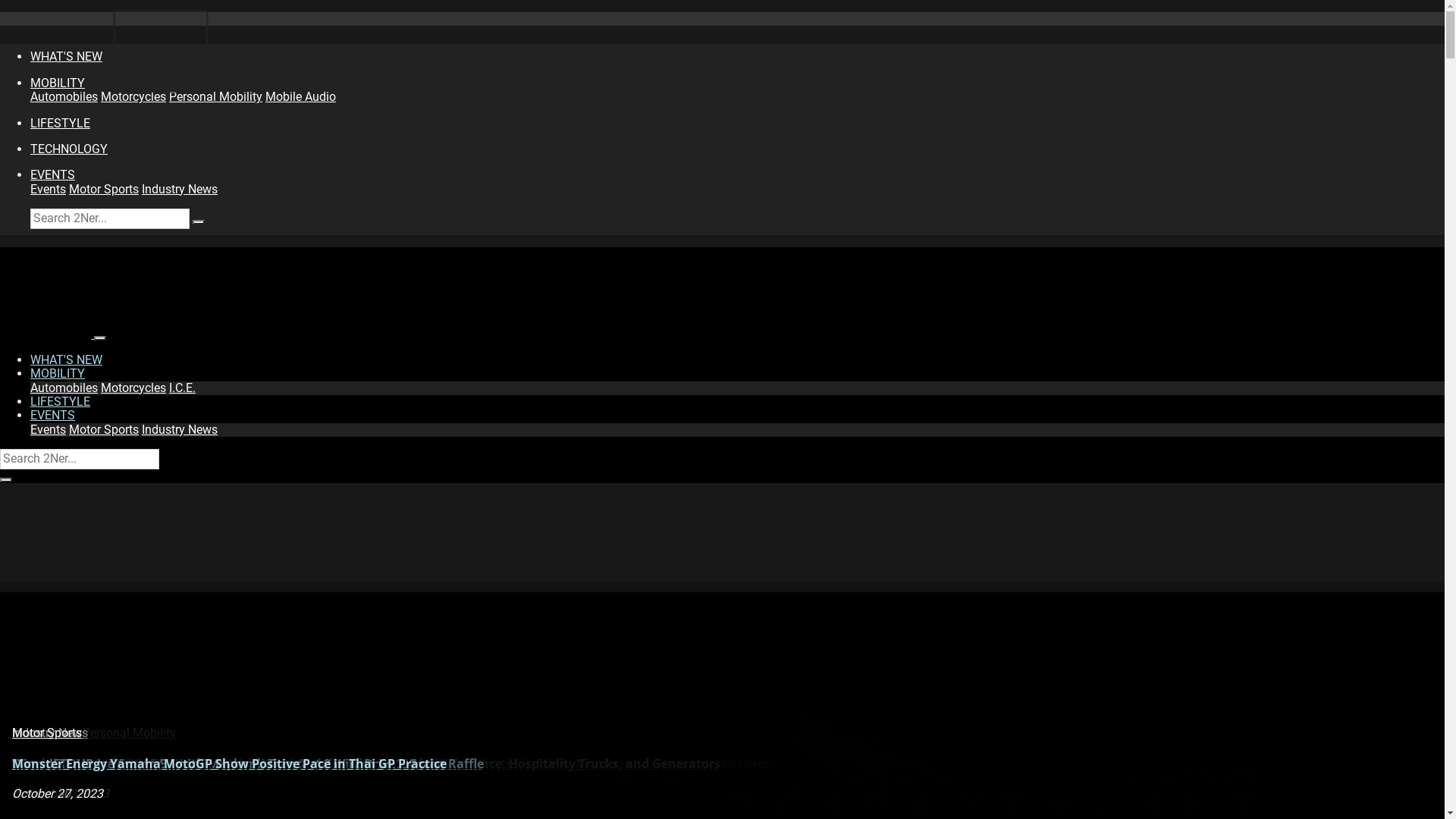 This screenshot has height=819, width=1456. What do you see at coordinates (133, 96) in the screenshot?
I see `'Motorcycles'` at bounding box center [133, 96].